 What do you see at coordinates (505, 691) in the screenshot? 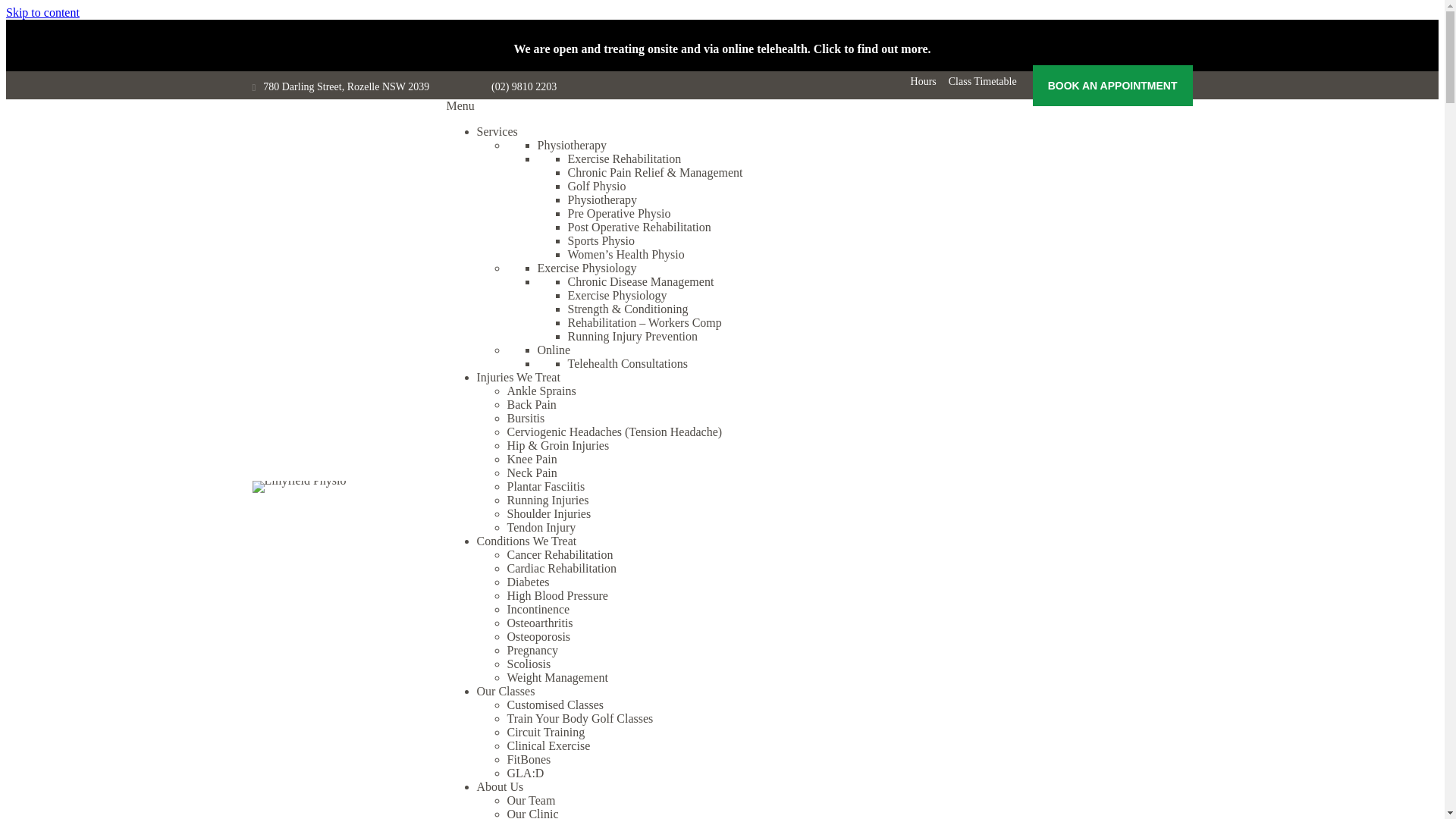
I see `'Our Classes'` at bounding box center [505, 691].